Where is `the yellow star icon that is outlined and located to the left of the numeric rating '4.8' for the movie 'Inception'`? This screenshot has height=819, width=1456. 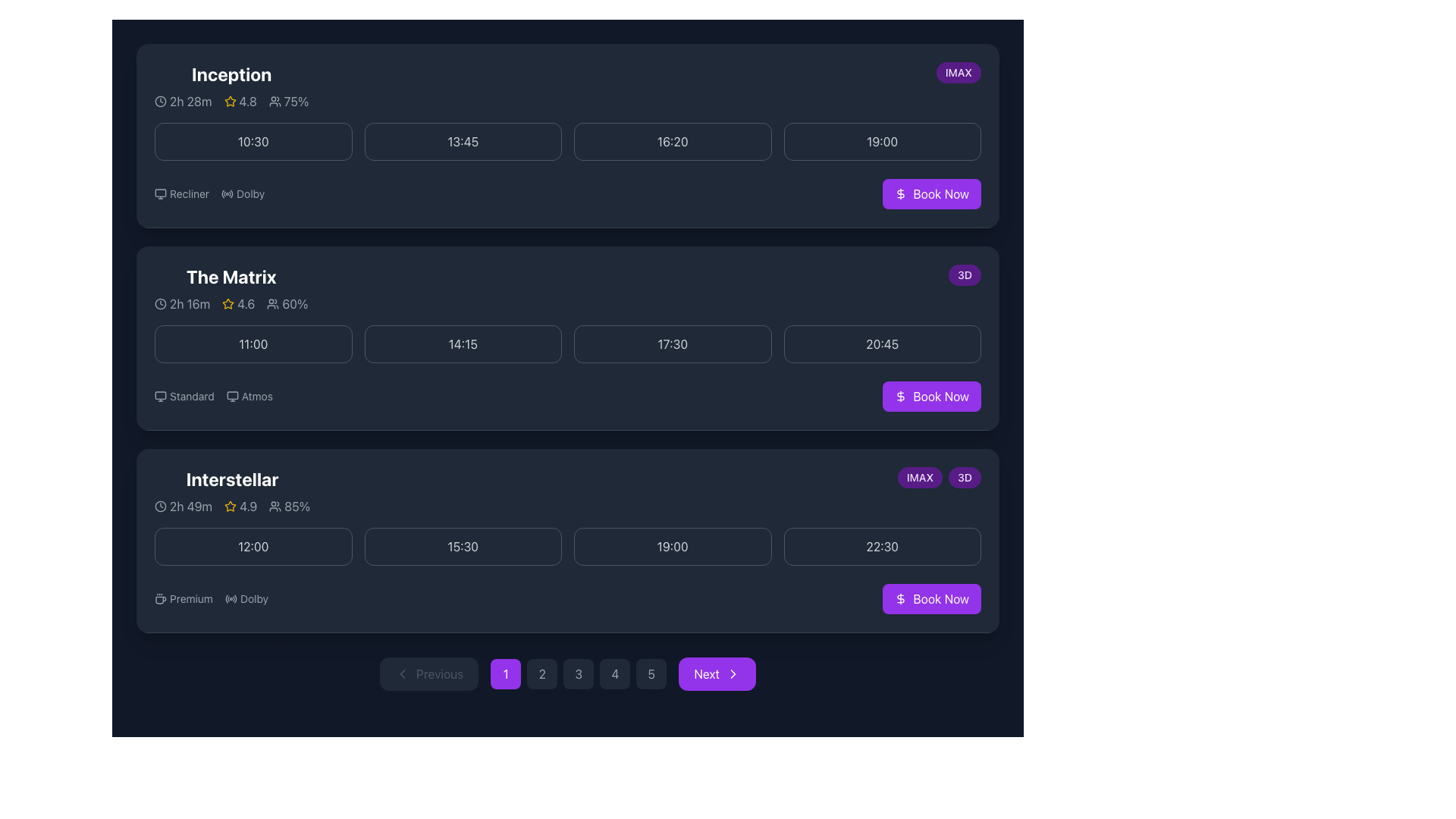
the yellow star icon that is outlined and located to the left of the numeric rating '4.8' for the movie 'Inception' is located at coordinates (229, 102).